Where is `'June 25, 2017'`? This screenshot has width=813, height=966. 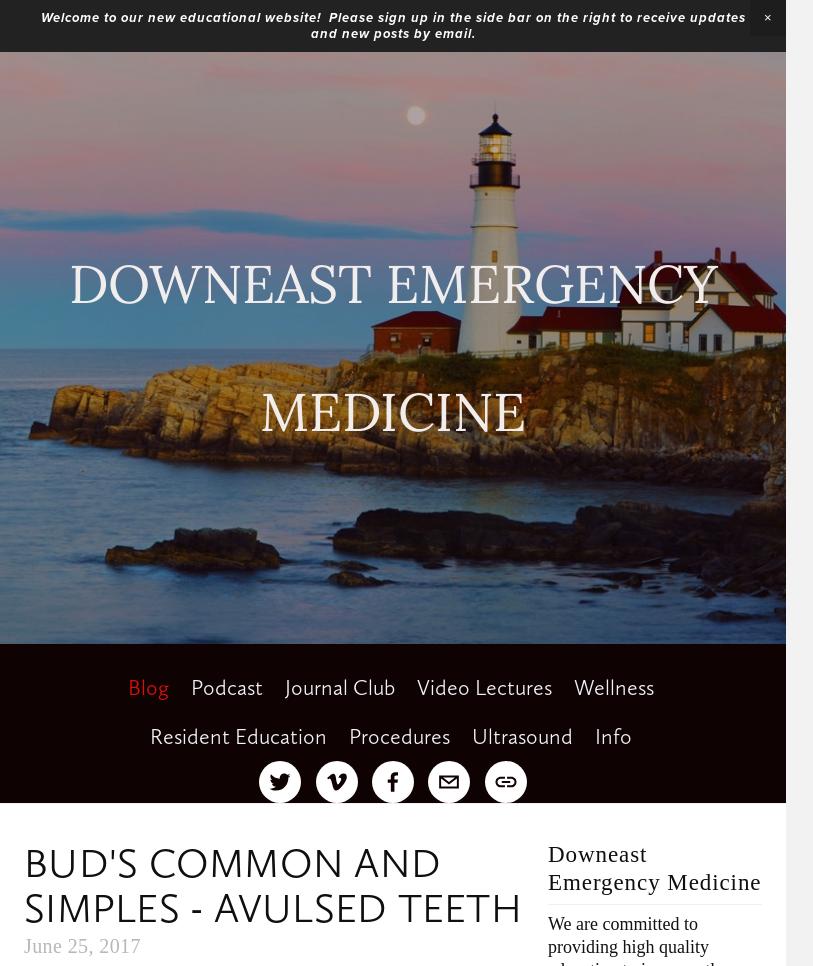 'June 25, 2017' is located at coordinates (22, 945).